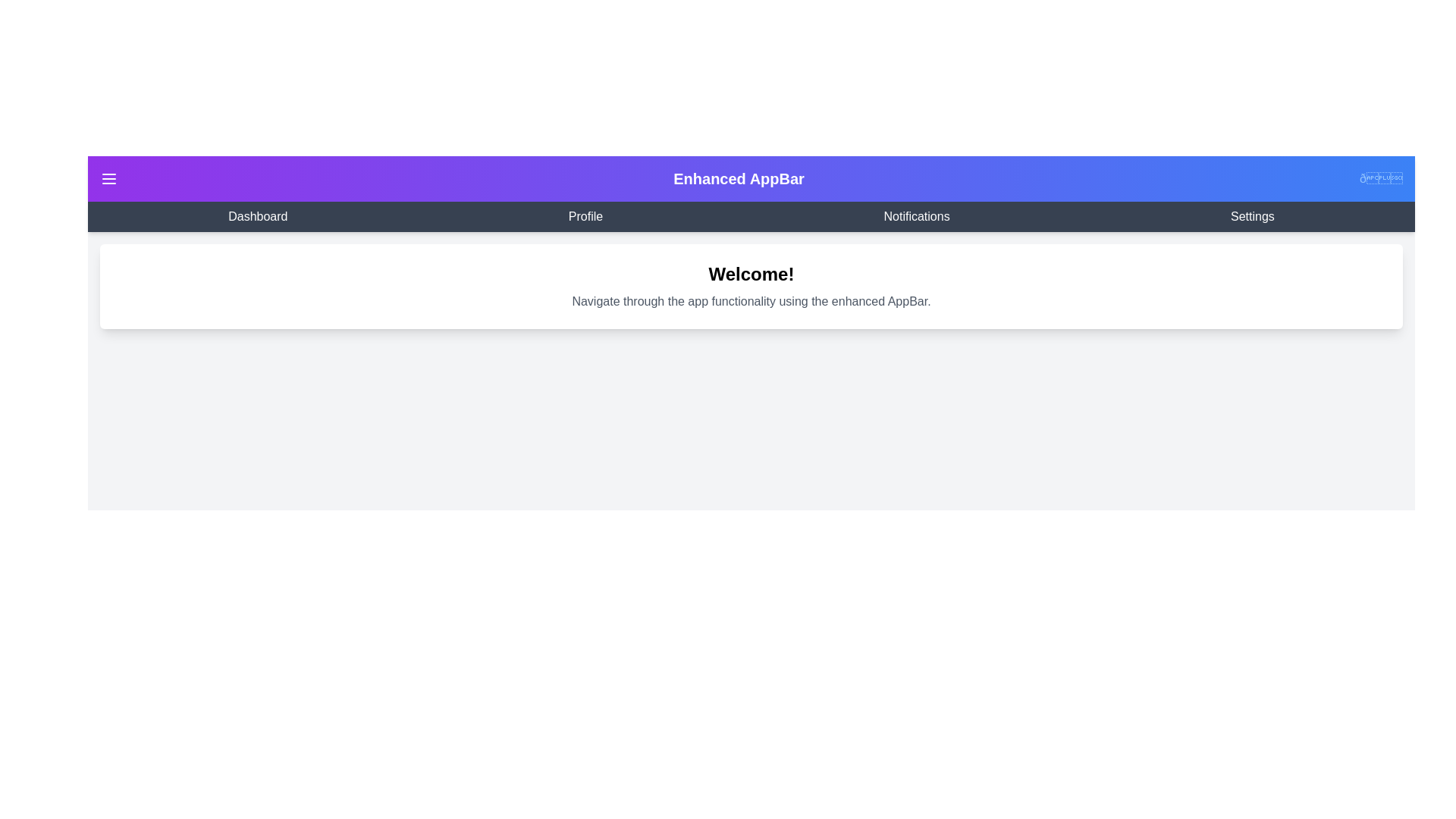 This screenshot has height=819, width=1456. Describe the element at coordinates (108, 177) in the screenshot. I see `the 'Toggle Menu' button to toggle the navigation menu` at that location.